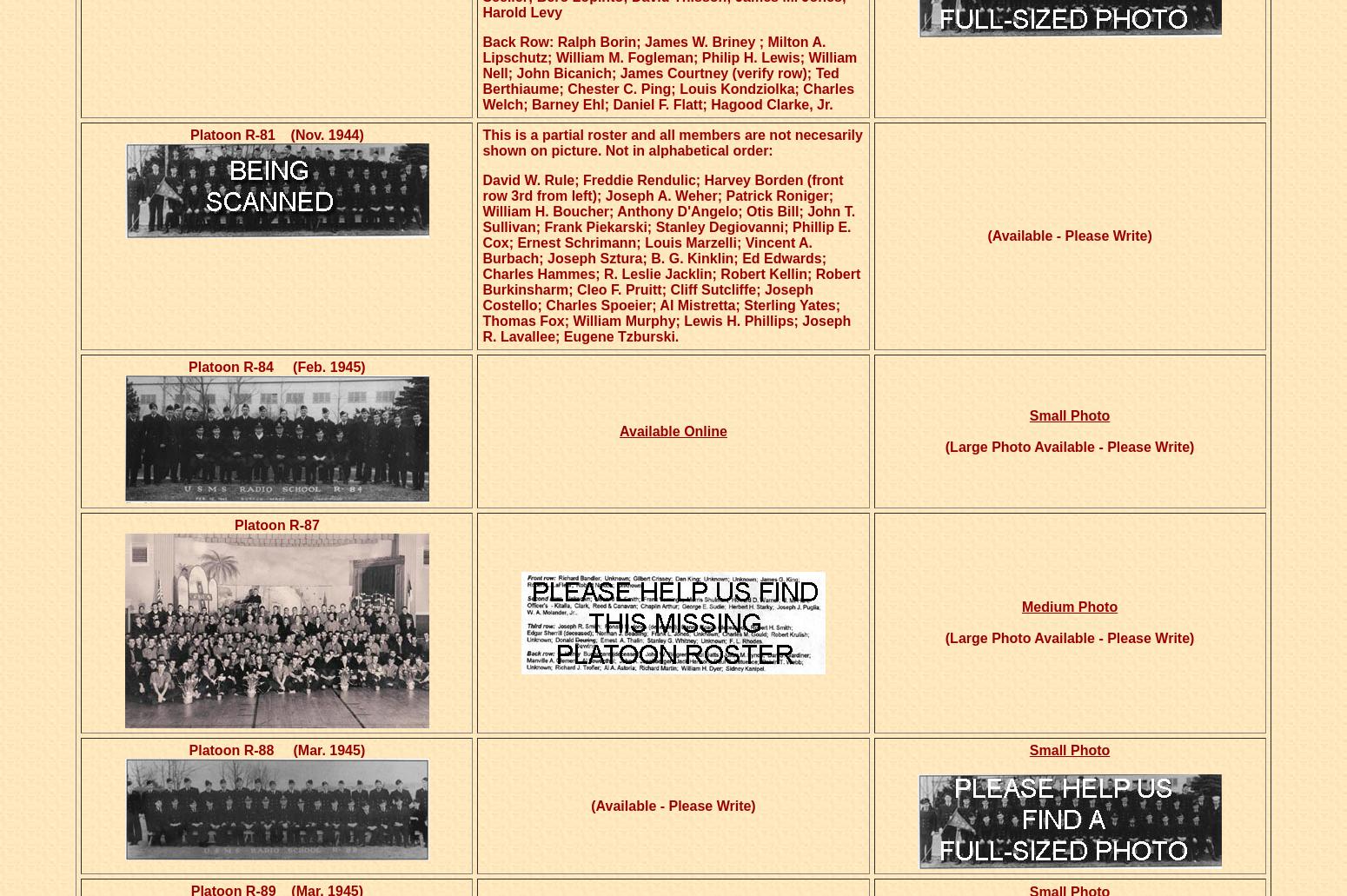 The width and height of the screenshot is (1347, 896). Describe the element at coordinates (275, 367) in the screenshot. I see `'Platoon R-84     
                
                (Feb. 1945)'` at that location.